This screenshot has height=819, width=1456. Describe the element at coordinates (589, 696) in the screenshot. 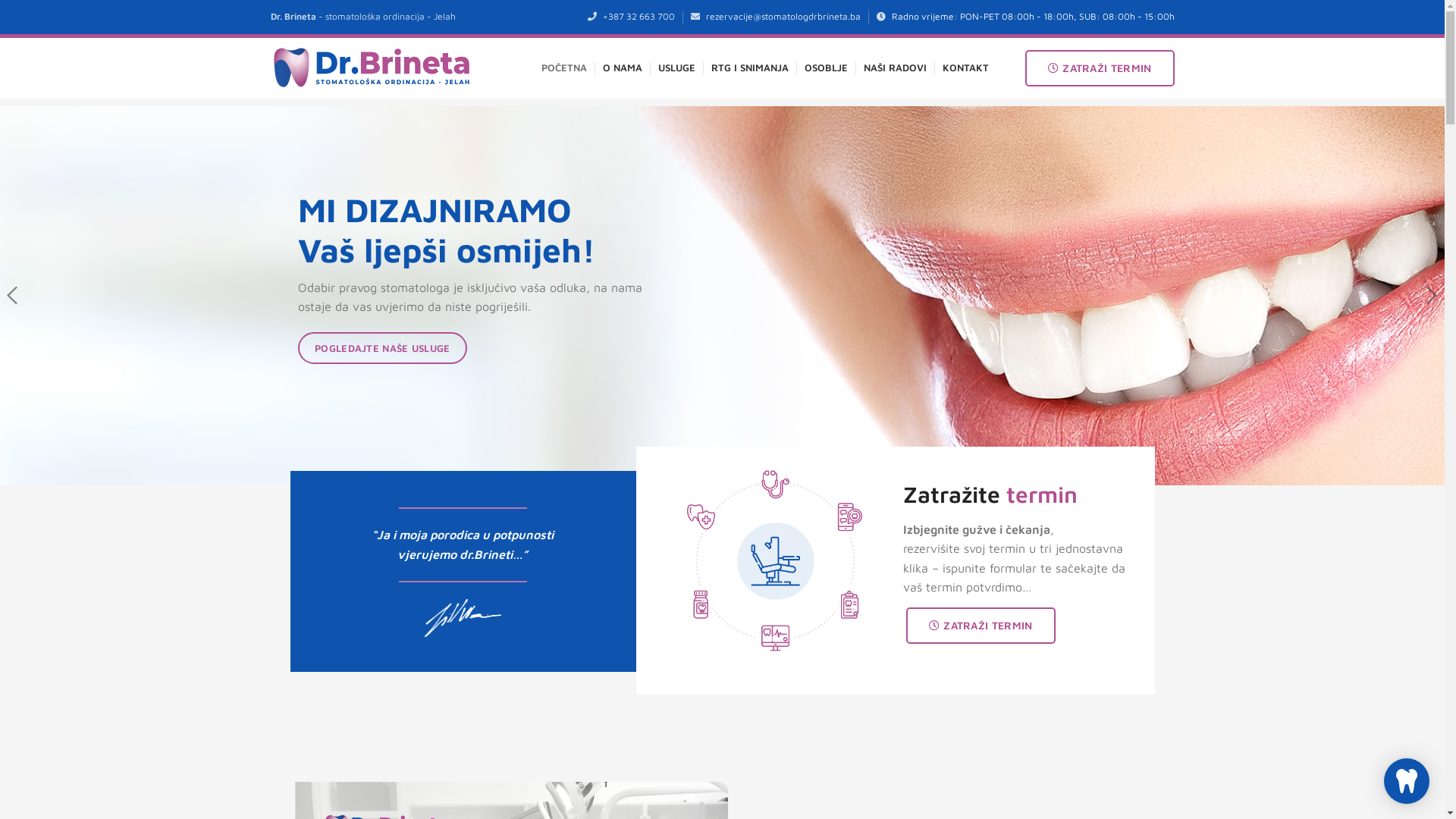

I see `'GALERIJA'` at that location.